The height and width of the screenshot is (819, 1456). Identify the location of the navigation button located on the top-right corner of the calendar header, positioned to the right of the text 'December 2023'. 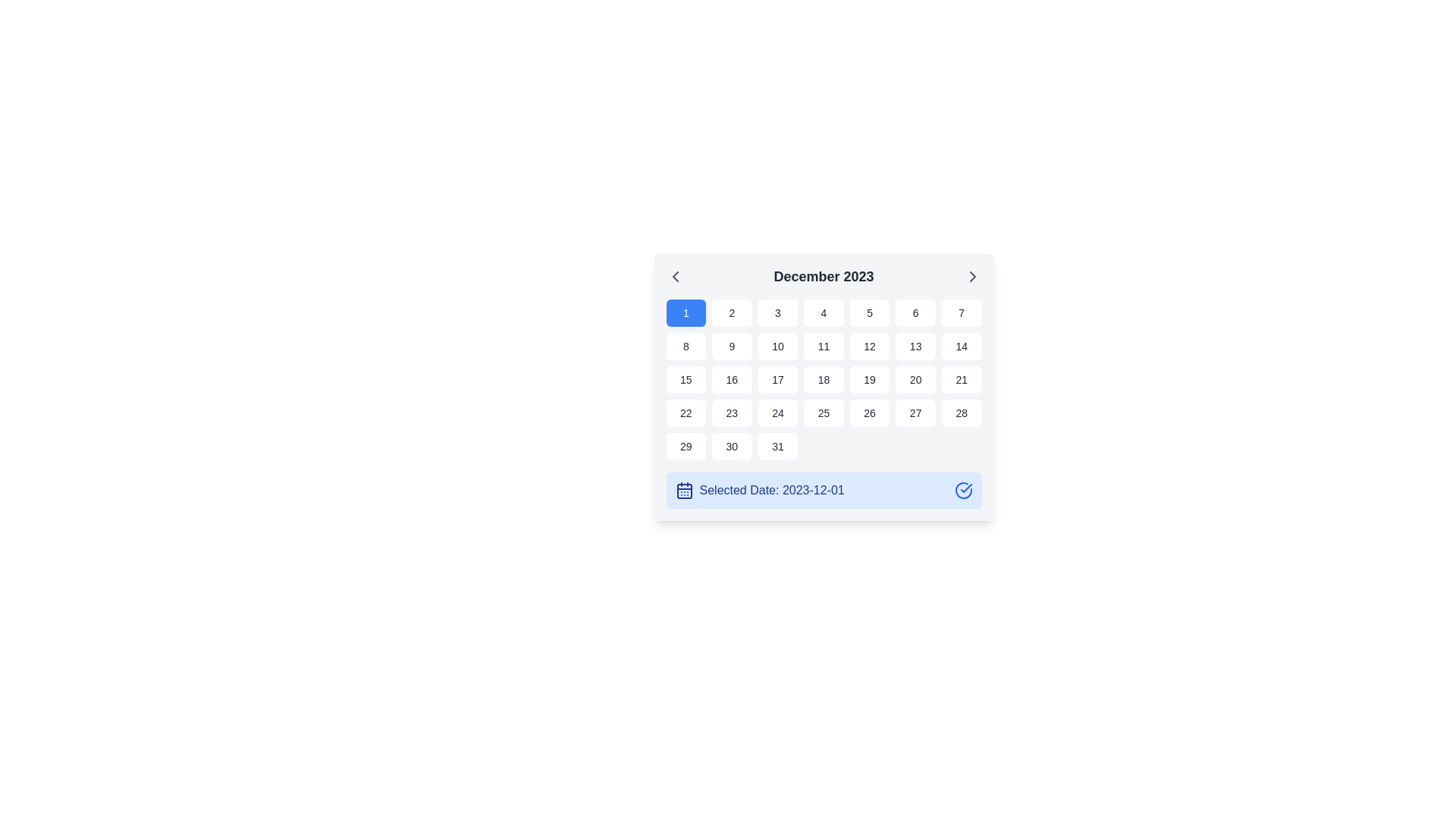
(972, 277).